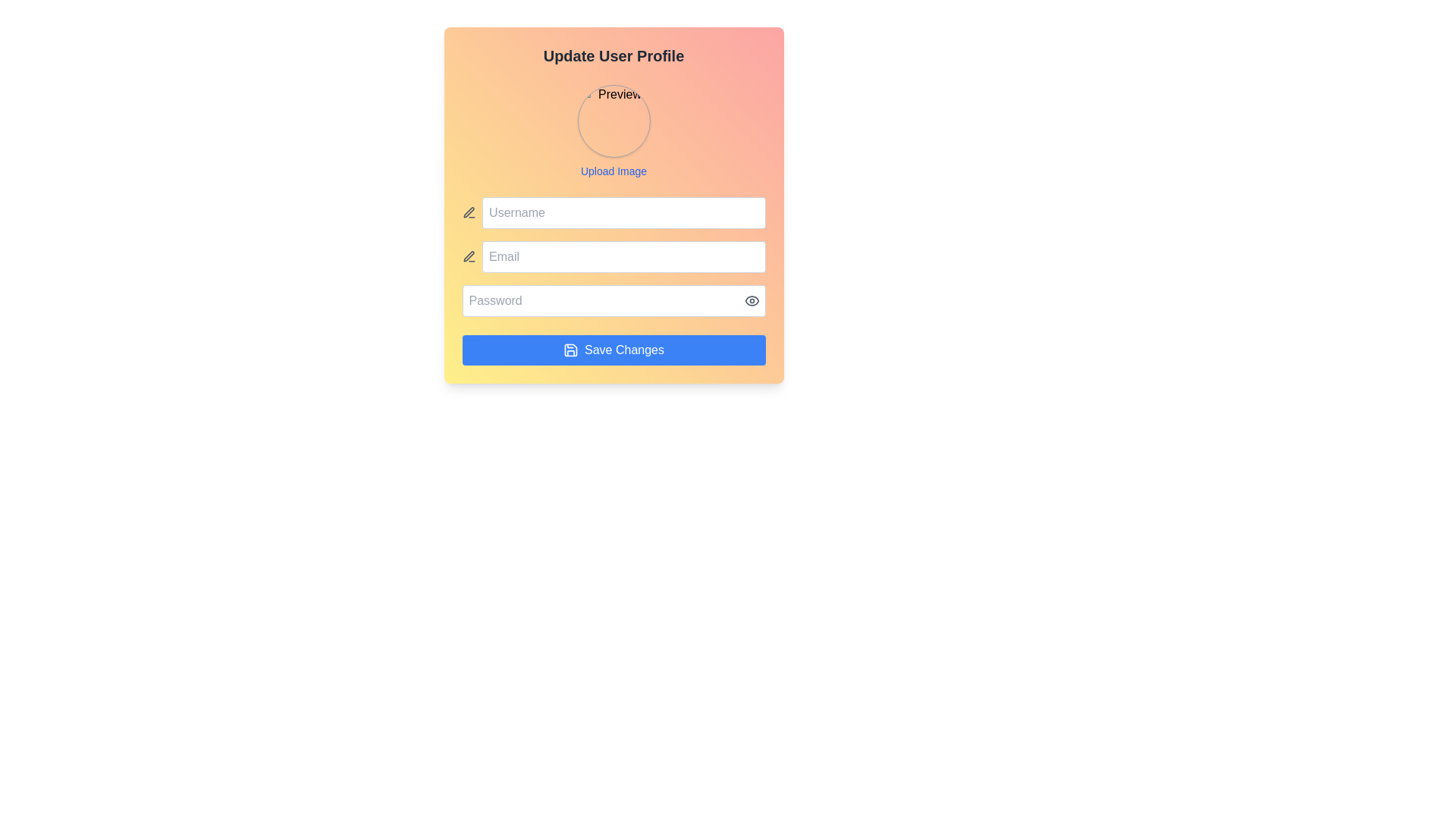 The width and height of the screenshot is (1456, 819). Describe the element at coordinates (613, 171) in the screenshot. I see `the 'Upload Image' text link, which is styled in blue and is underlined on hover, to initiate the upload process` at that location.